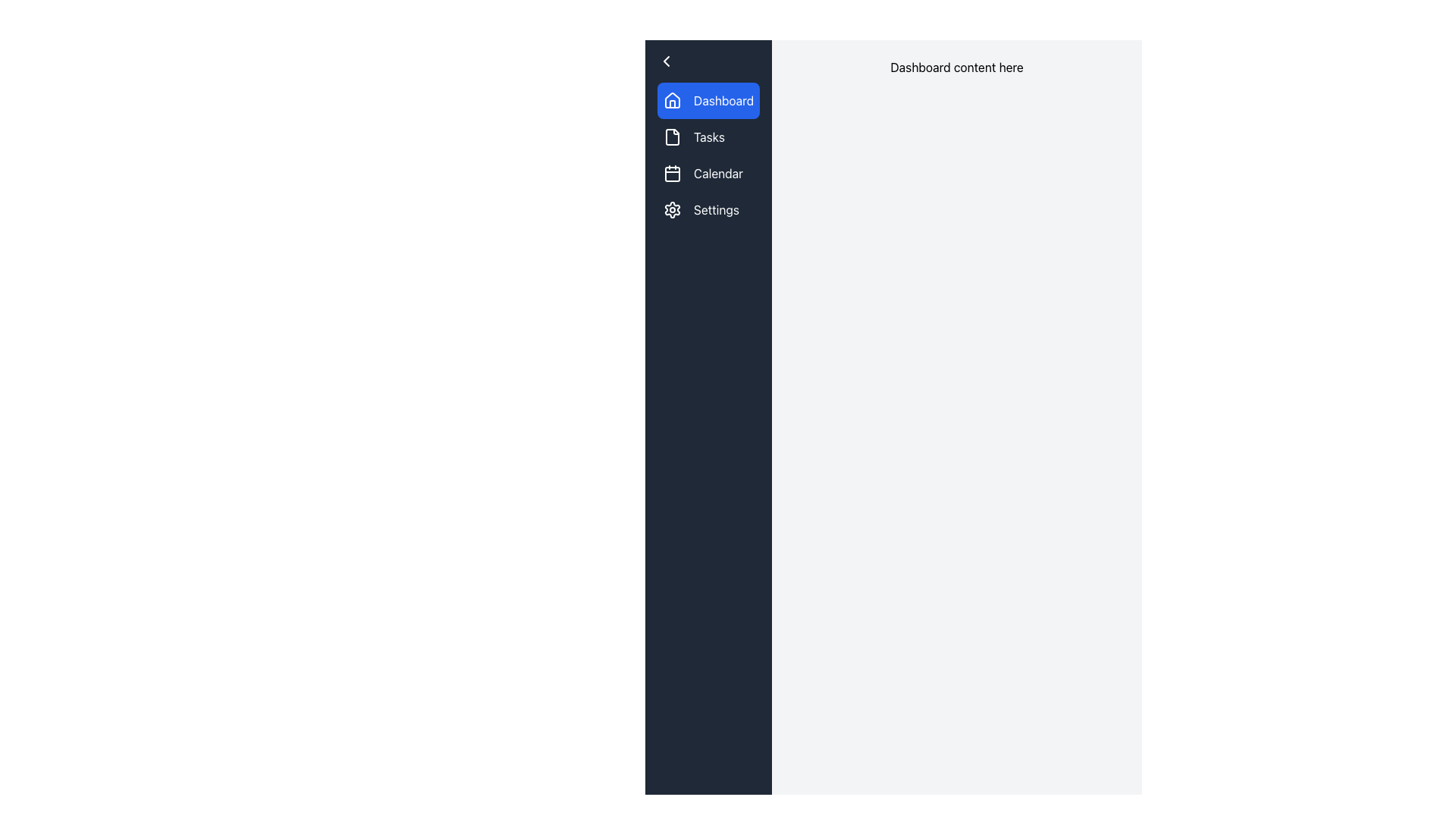 The height and width of the screenshot is (819, 1456). I want to click on the Settings button in the vertical sidebar menu, so click(708, 210).